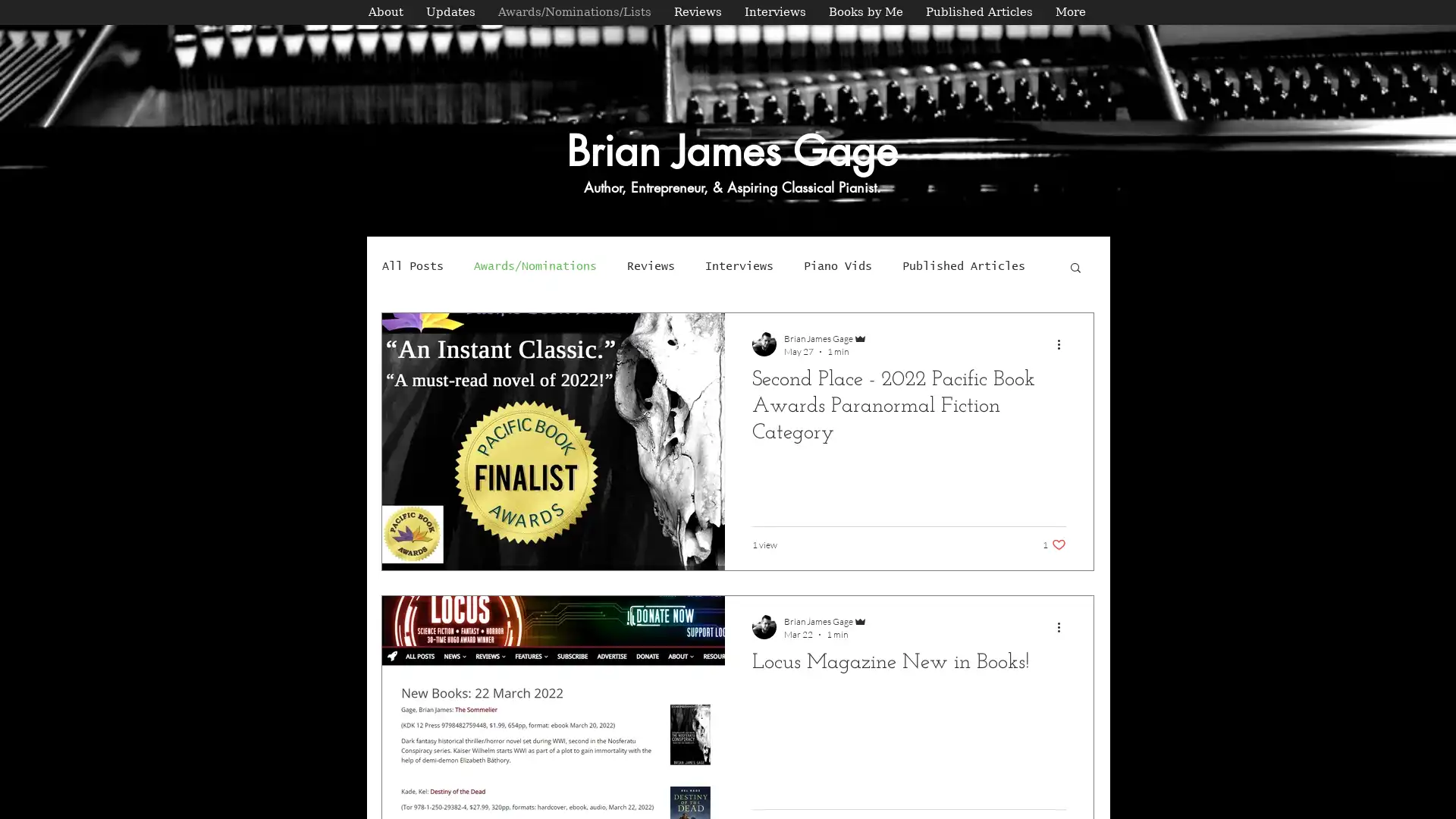 The image size is (1456, 819). Describe the element at coordinates (535, 265) in the screenshot. I see `Awards/Nominations` at that location.